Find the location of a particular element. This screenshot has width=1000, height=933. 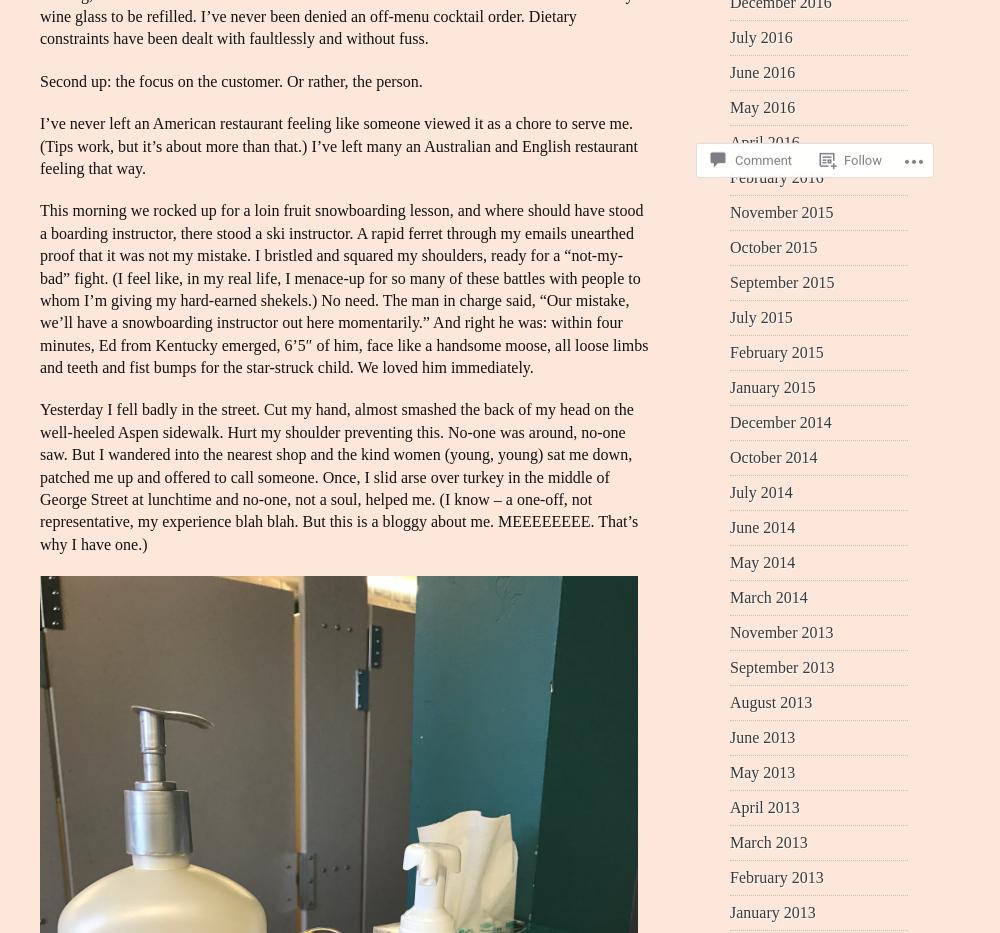

'September 2015' is located at coordinates (782, 281).